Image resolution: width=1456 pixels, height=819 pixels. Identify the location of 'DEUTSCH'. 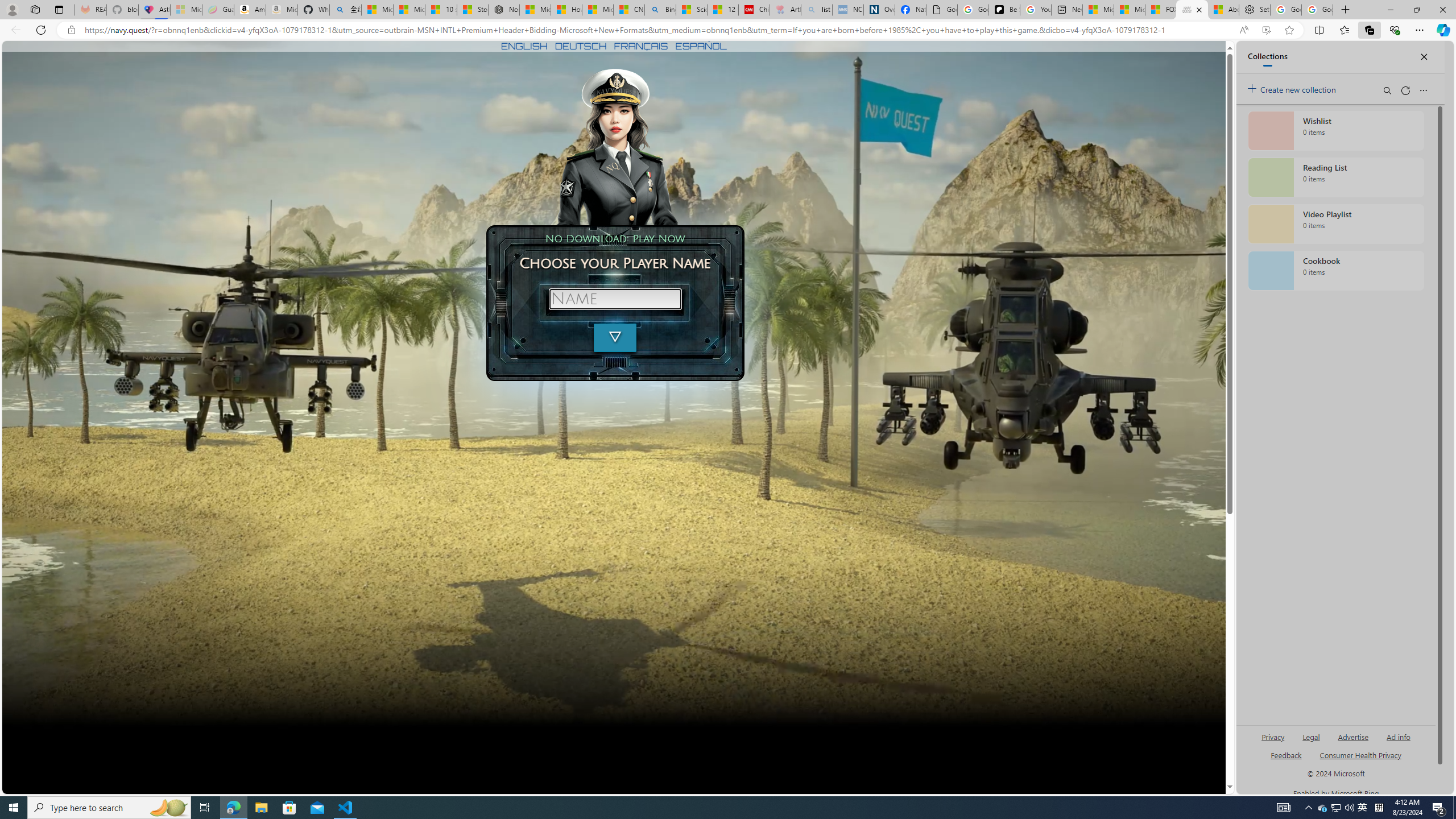
(580, 45).